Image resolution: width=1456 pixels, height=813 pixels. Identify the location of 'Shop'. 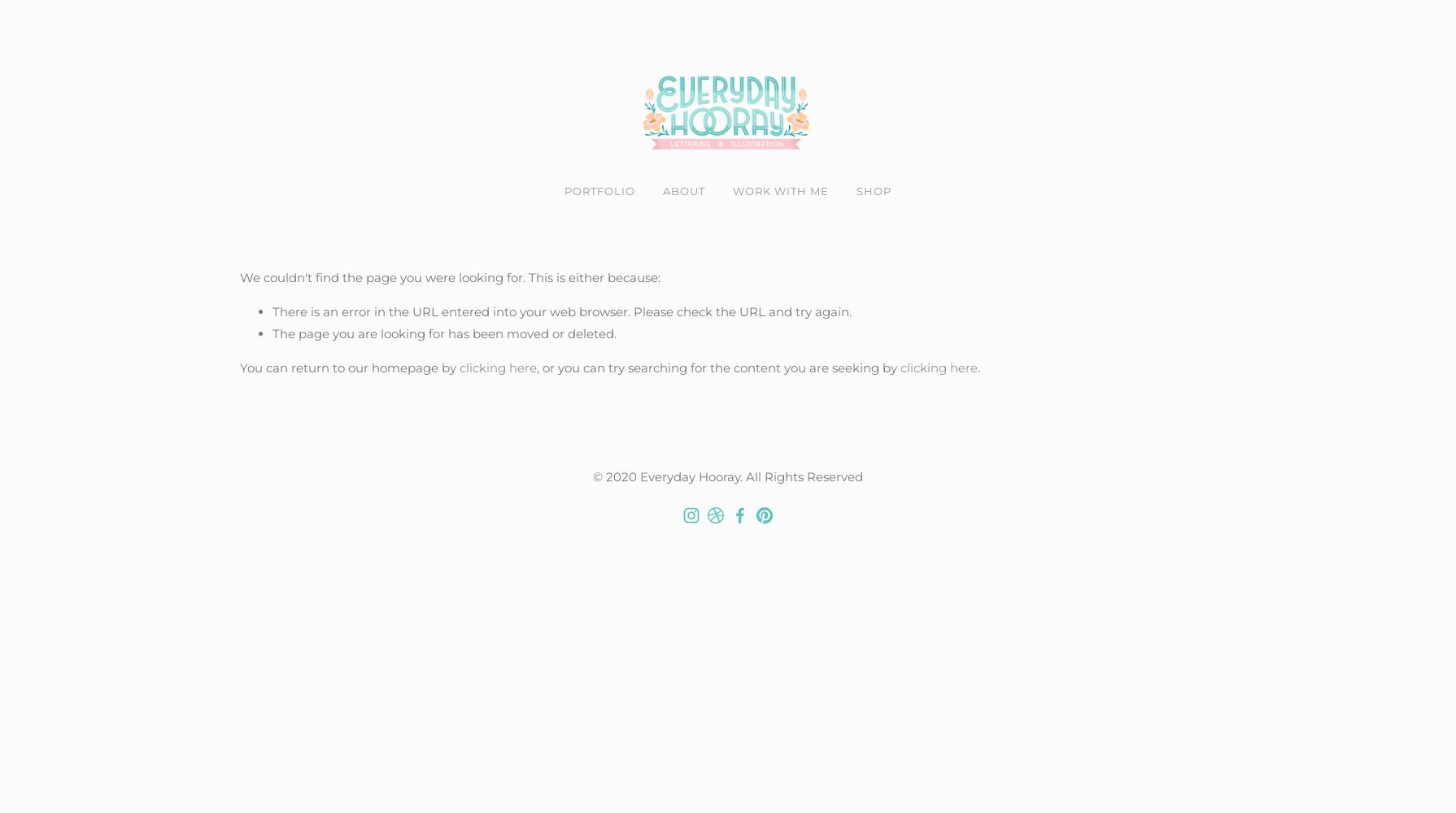
(857, 190).